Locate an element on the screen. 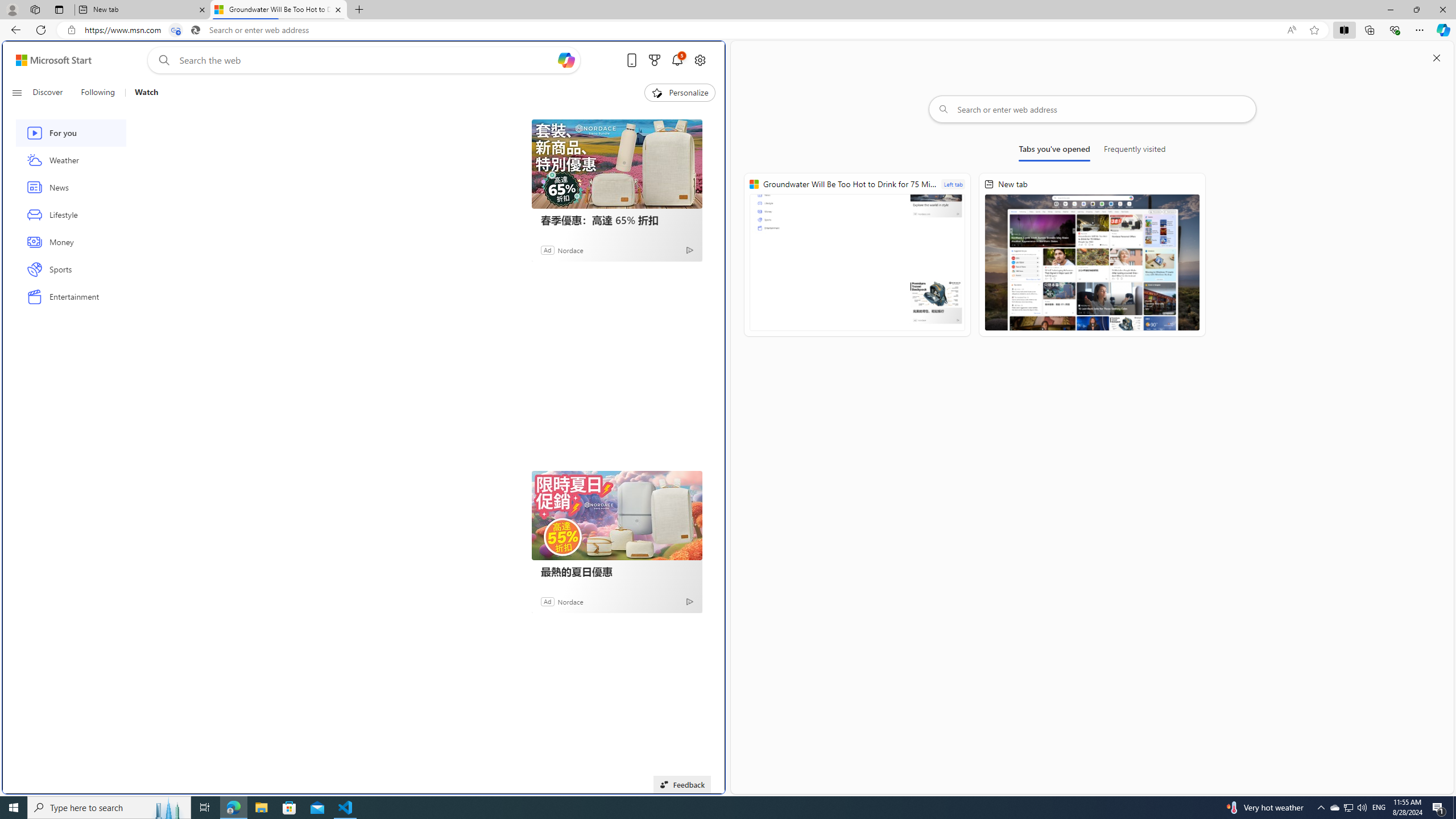  'Skip to footer' is located at coordinates (46, 59).